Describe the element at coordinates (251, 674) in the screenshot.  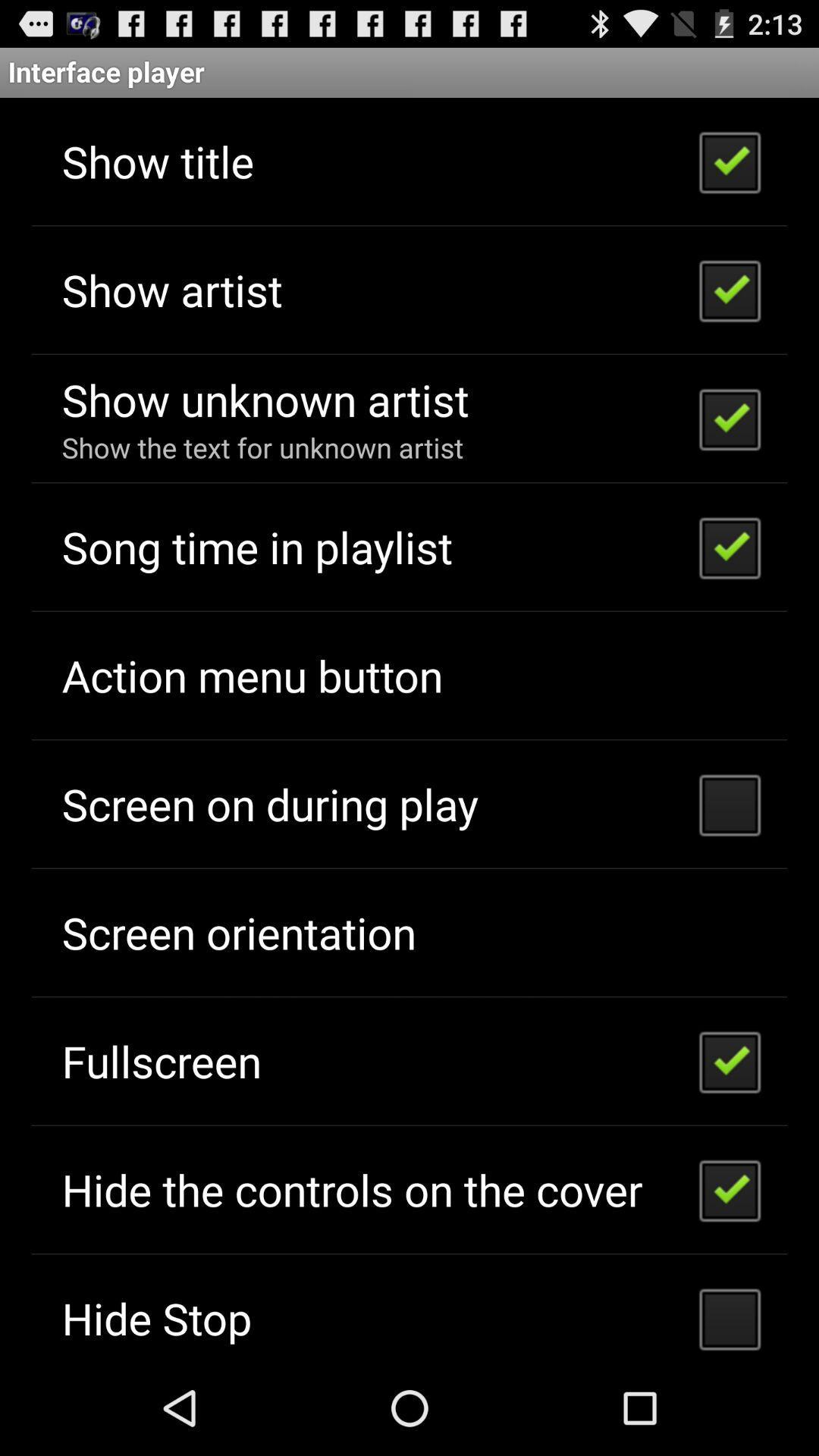
I see `the icon below the song time in app` at that location.